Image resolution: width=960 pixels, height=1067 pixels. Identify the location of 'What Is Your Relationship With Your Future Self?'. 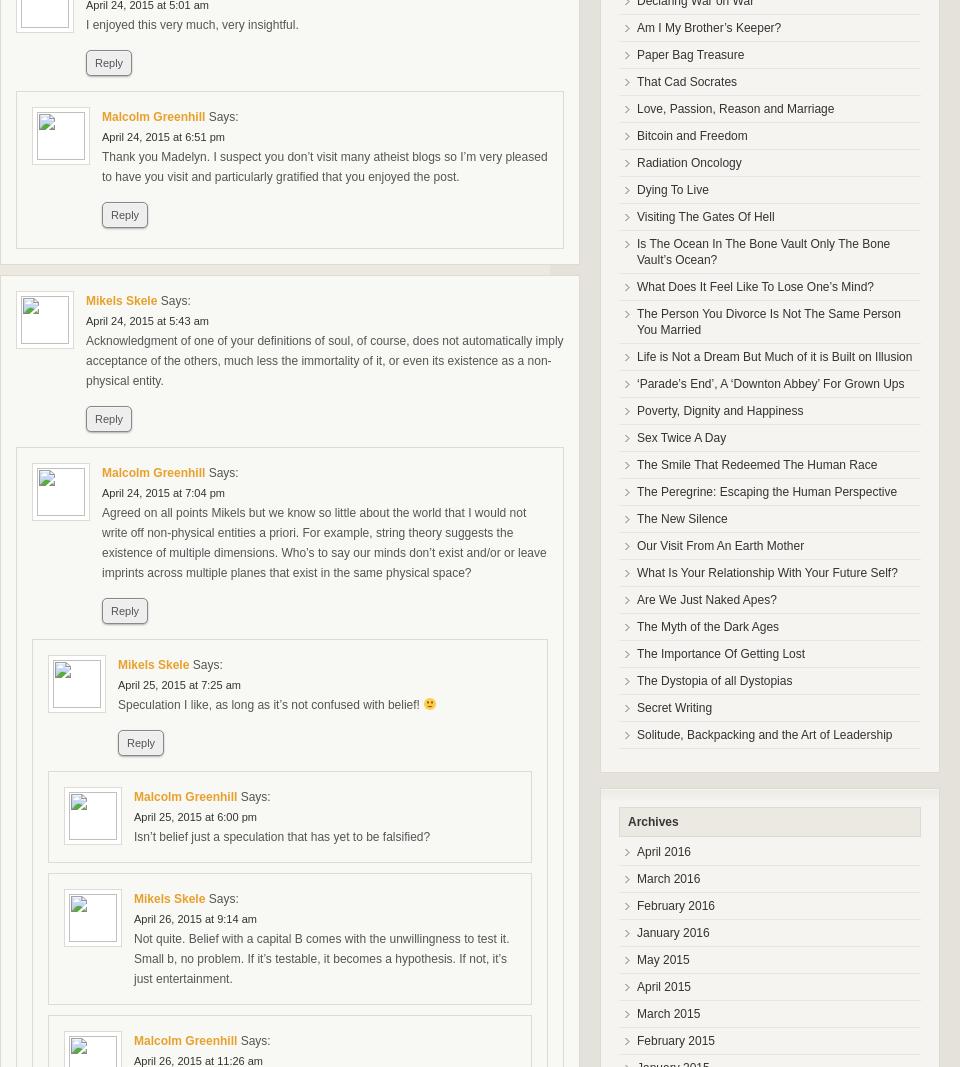
(635, 572).